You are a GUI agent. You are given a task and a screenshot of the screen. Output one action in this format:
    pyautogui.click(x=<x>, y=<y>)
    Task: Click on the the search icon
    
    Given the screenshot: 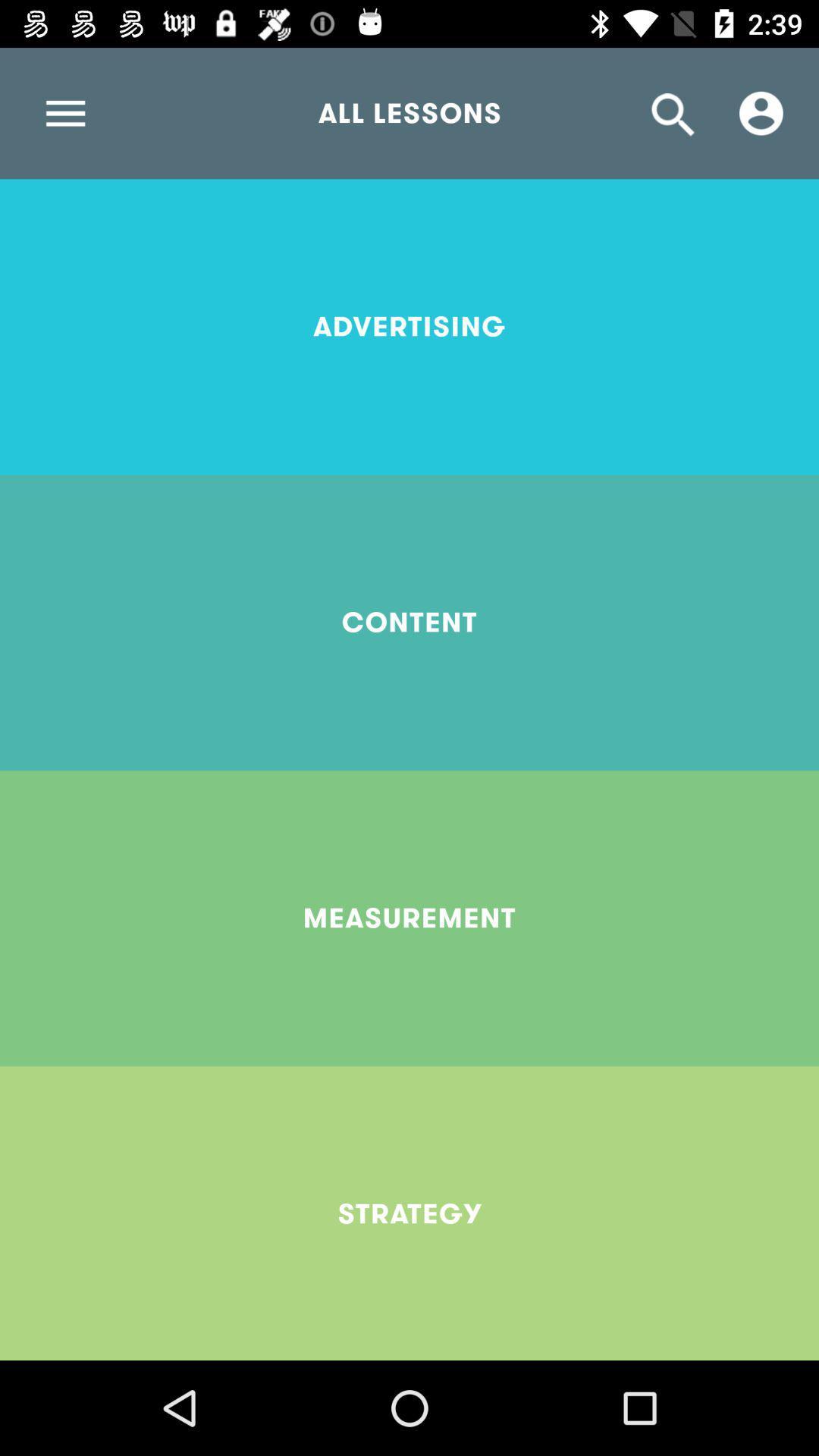 What is the action you would take?
    pyautogui.click(x=673, y=112)
    